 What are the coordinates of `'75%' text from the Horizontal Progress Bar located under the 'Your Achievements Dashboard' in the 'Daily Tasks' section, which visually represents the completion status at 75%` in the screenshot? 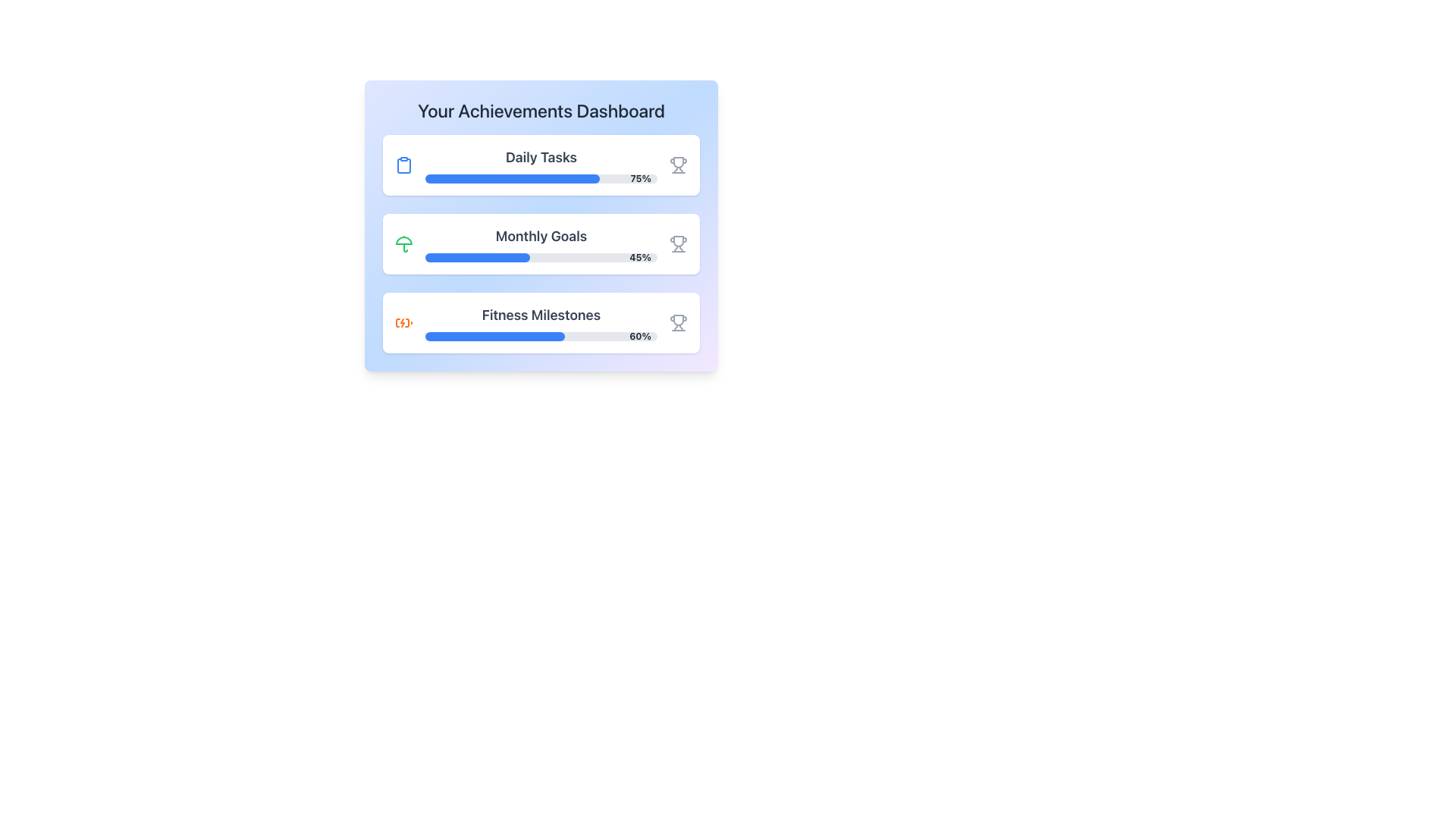 It's located at (541, 177).